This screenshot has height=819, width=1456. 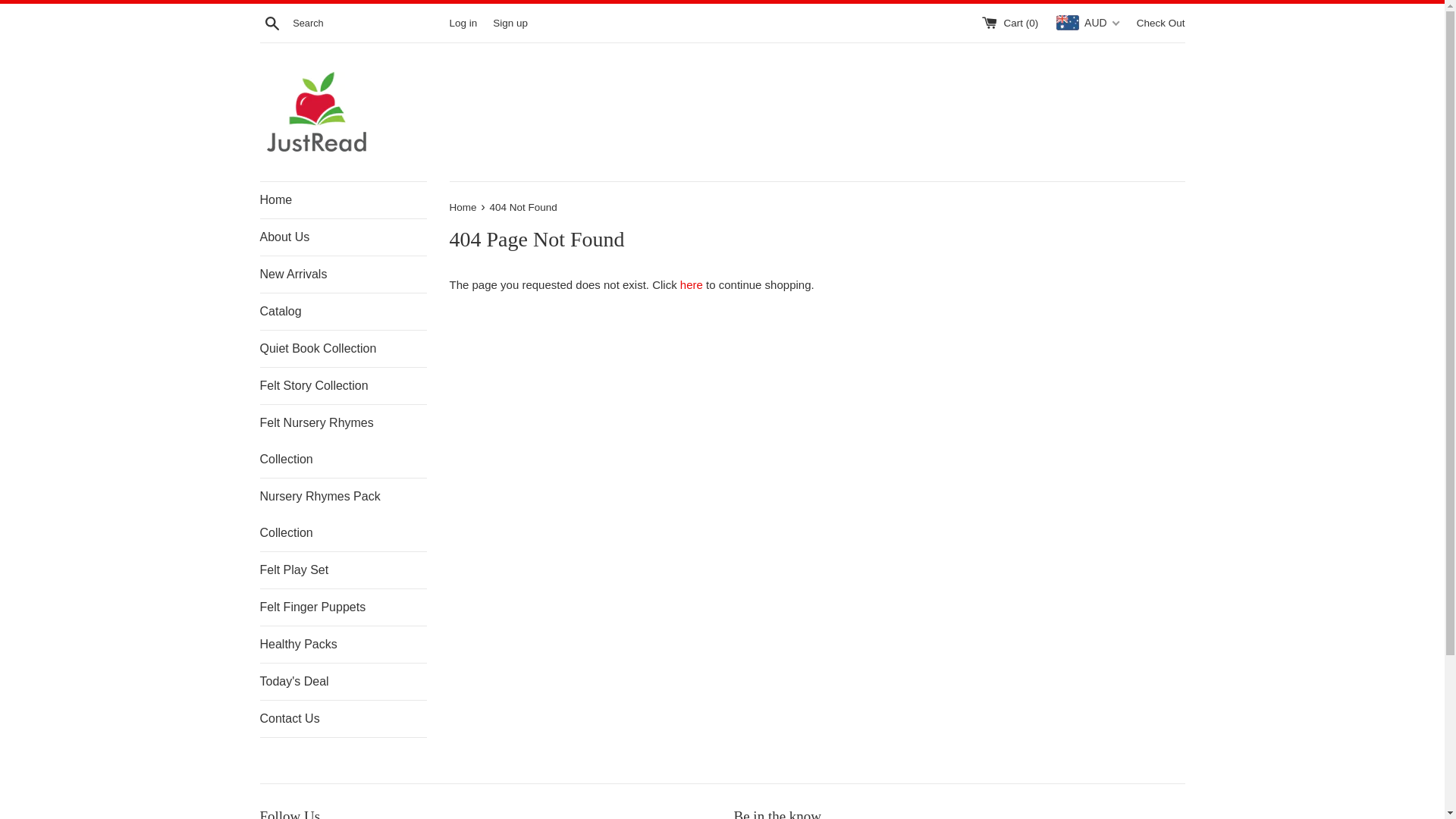 I want to click on 'Log in', so click(x=462, y=22).